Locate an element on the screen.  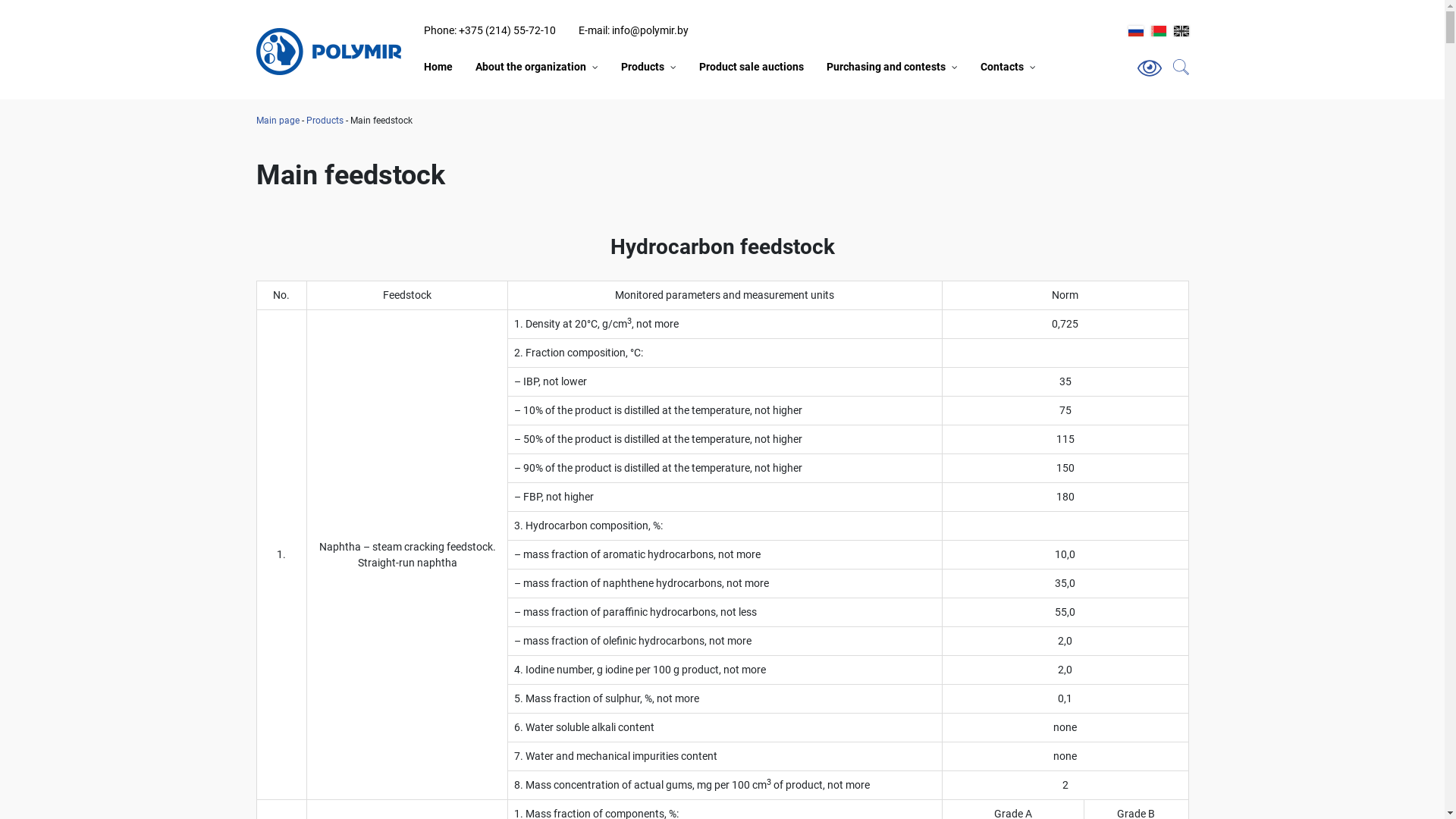
'Search' is located at coordinates (1125, 64).